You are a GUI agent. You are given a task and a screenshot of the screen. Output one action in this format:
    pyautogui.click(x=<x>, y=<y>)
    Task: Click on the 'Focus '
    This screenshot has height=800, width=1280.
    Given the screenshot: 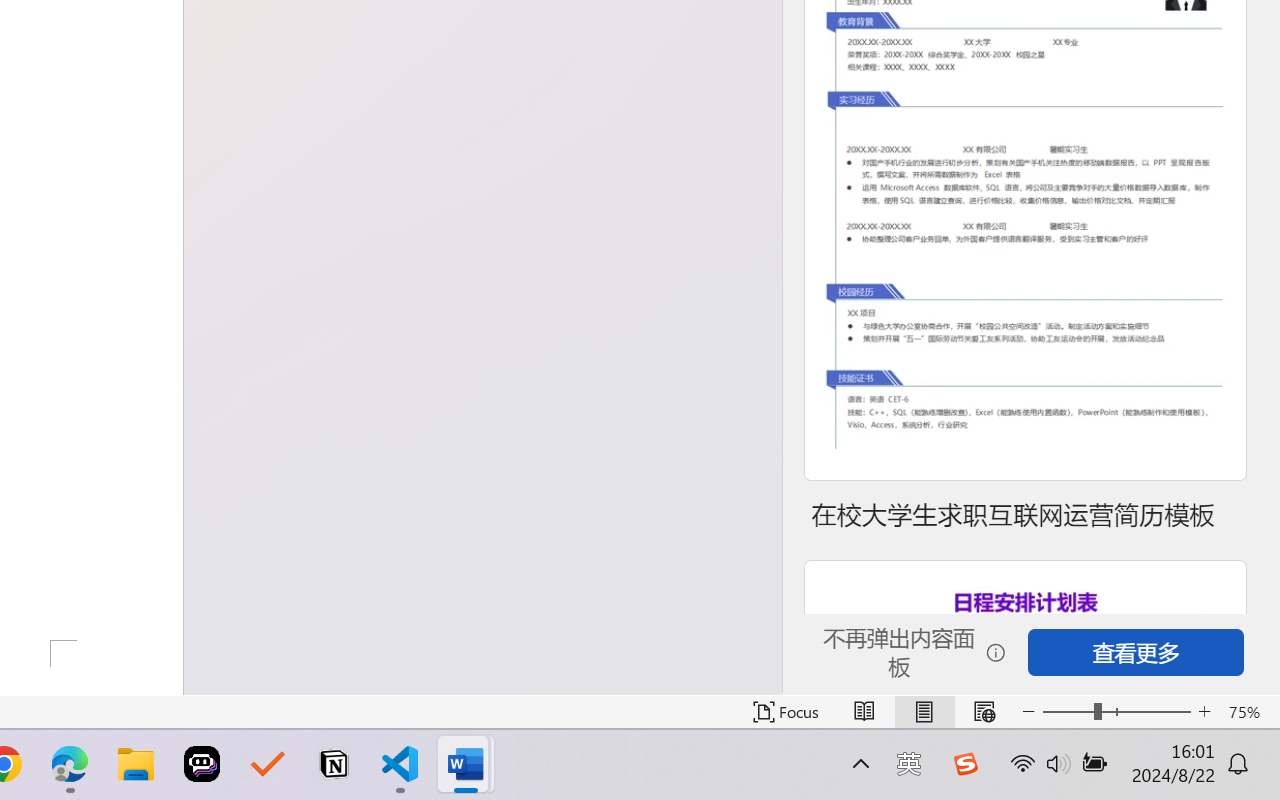 What is the action you would take?
    pyautogui.click(x=785, y=711)
    